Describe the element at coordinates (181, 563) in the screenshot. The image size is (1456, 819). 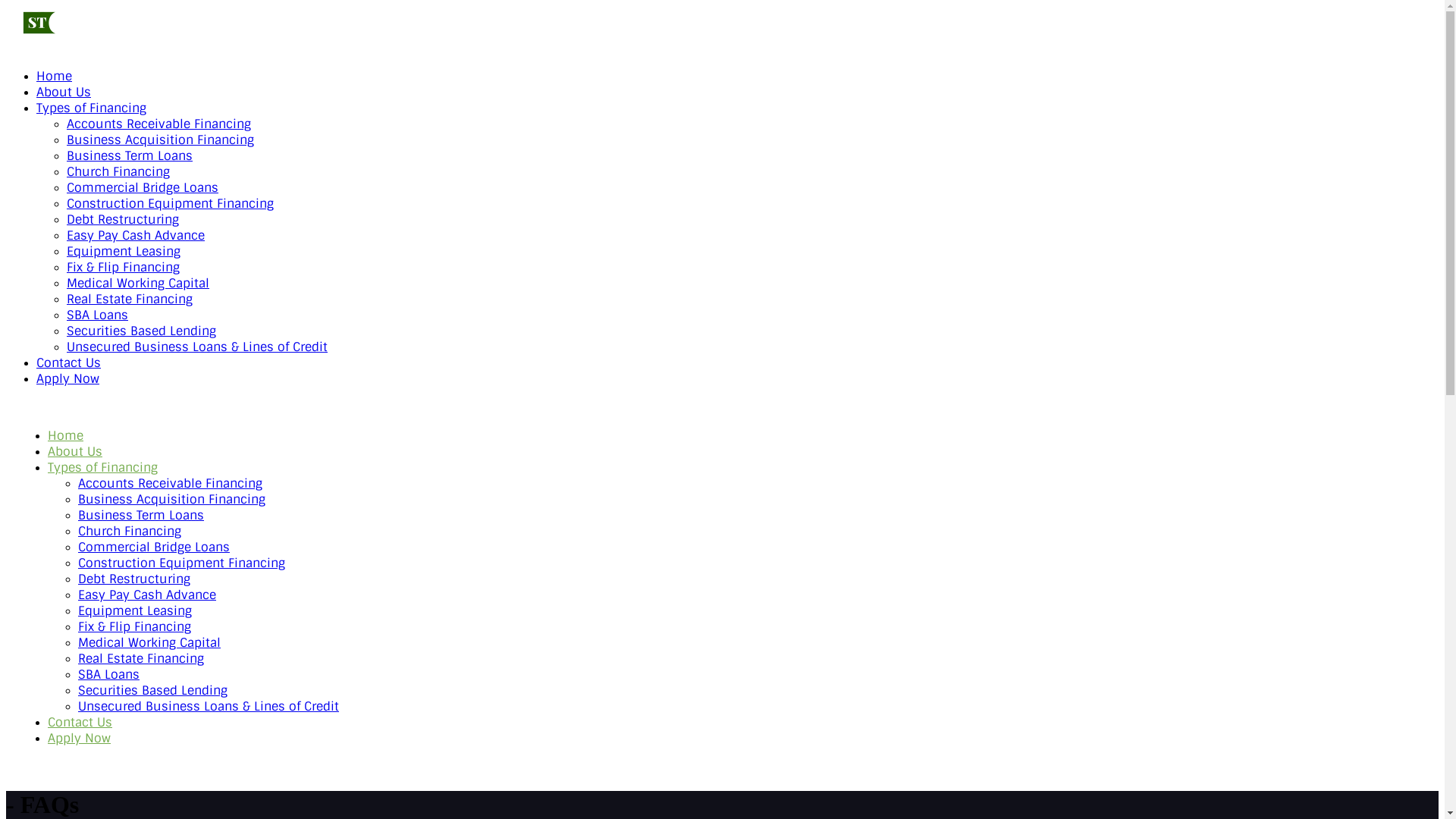
I see `'Construction Equipment Financing'` at that location.